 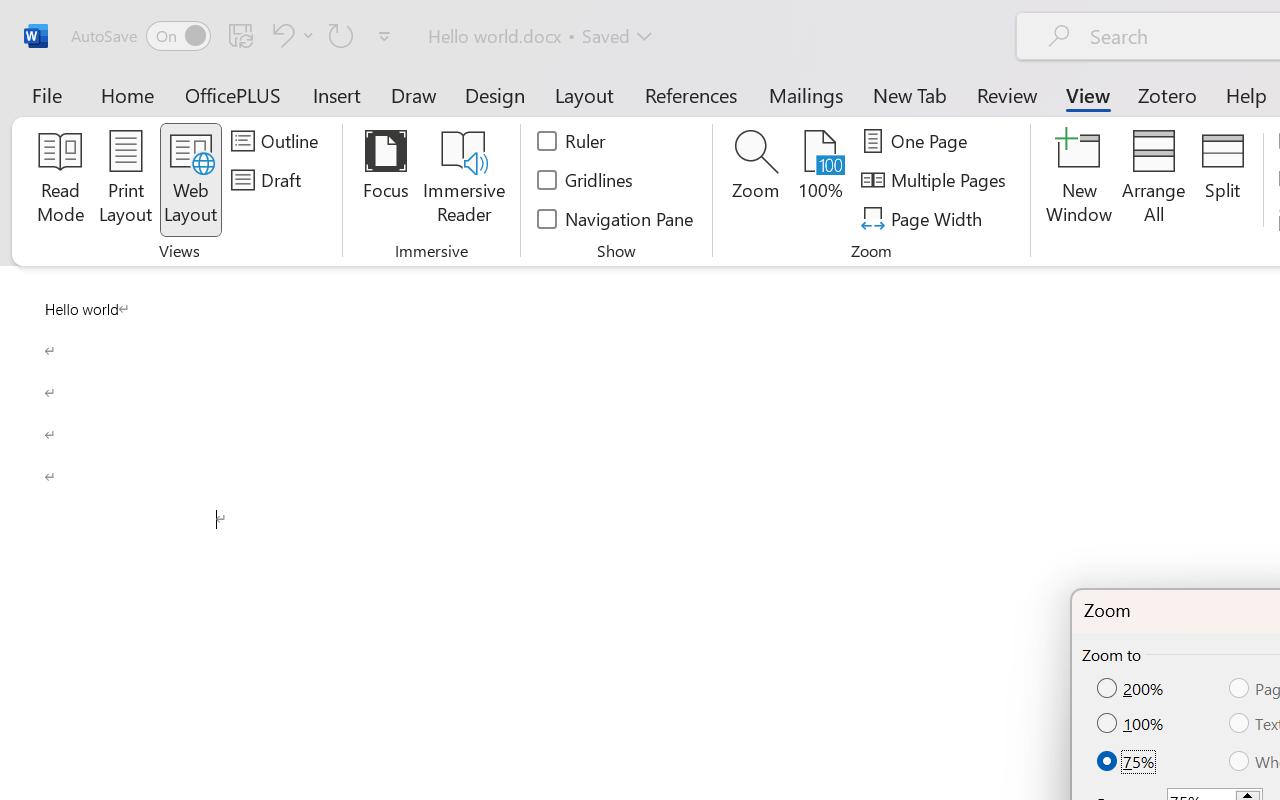 What do you see at coordinates (615, 218) in the screenshot?
I see `'Navigation Pane'` at bounding box center [615, 218].